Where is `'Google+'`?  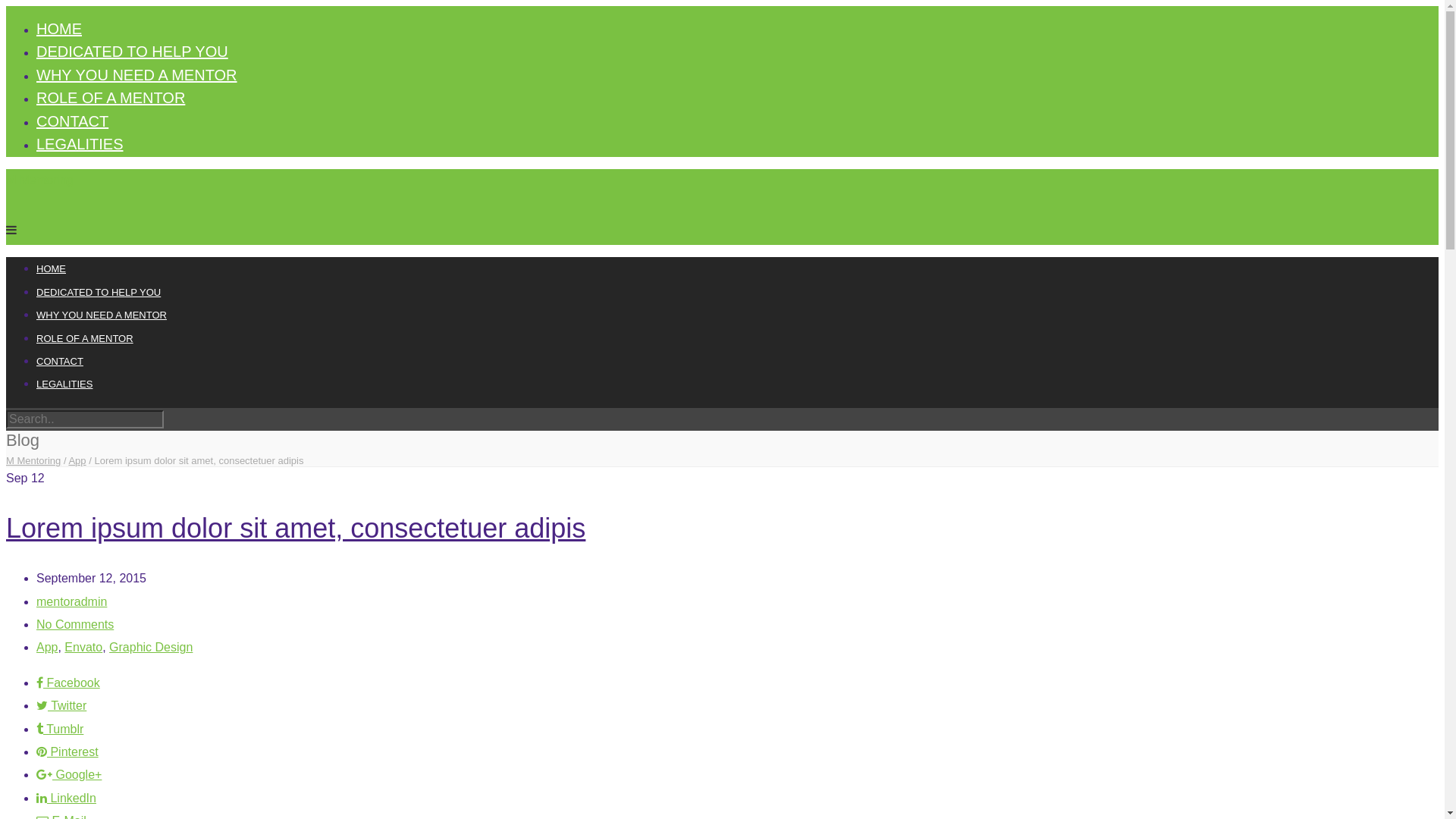
'Google+' is located at coordinates (68, 774).